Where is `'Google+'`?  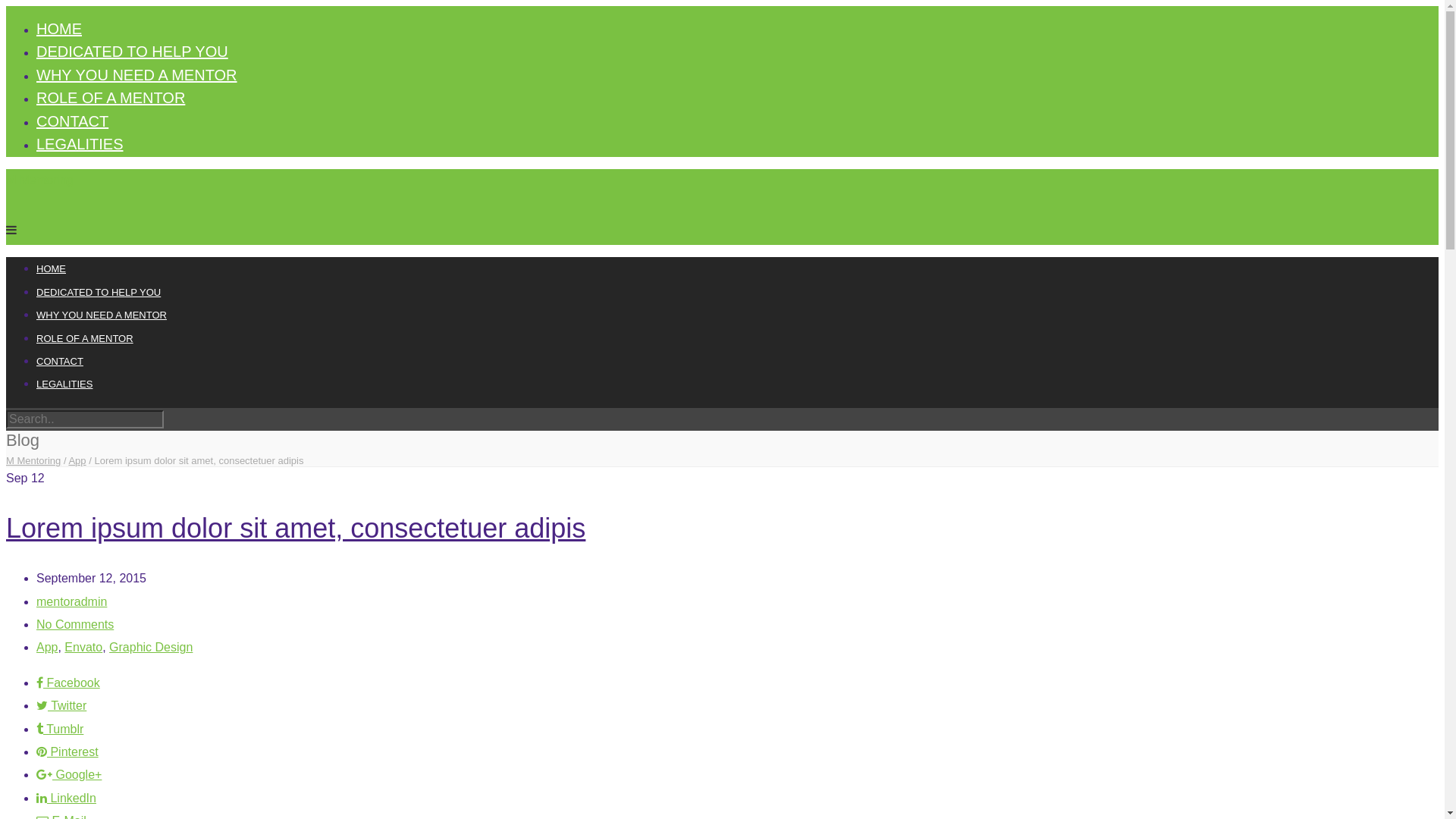
'Google+' is located at coordinates (68, 774).